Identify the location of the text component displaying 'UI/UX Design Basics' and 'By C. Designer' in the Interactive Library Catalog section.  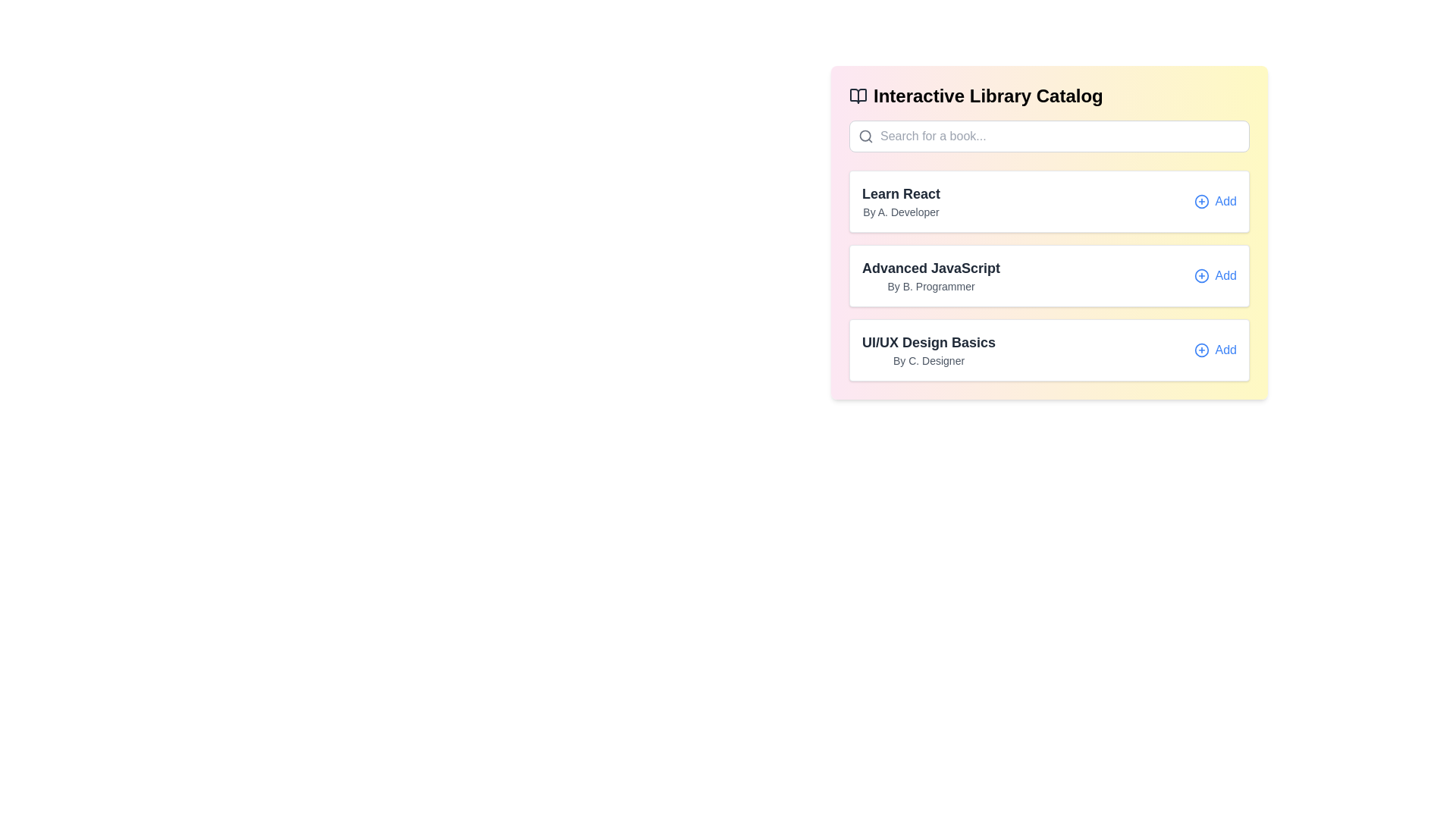
(927, 350).